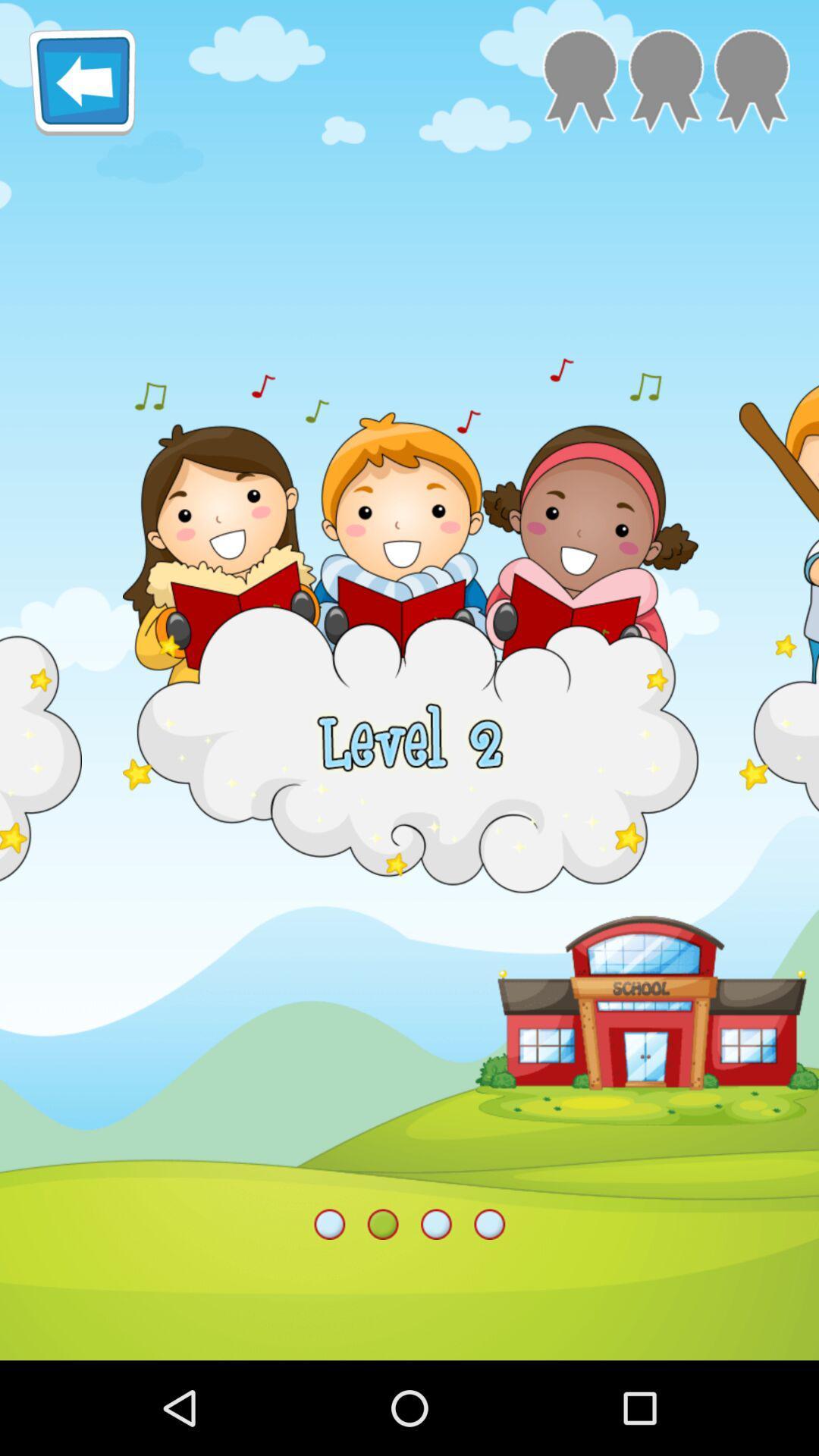 Image resolution: width=819 pixels, height=1456 pixels. I want to click on earn a star, so click(752, 80).